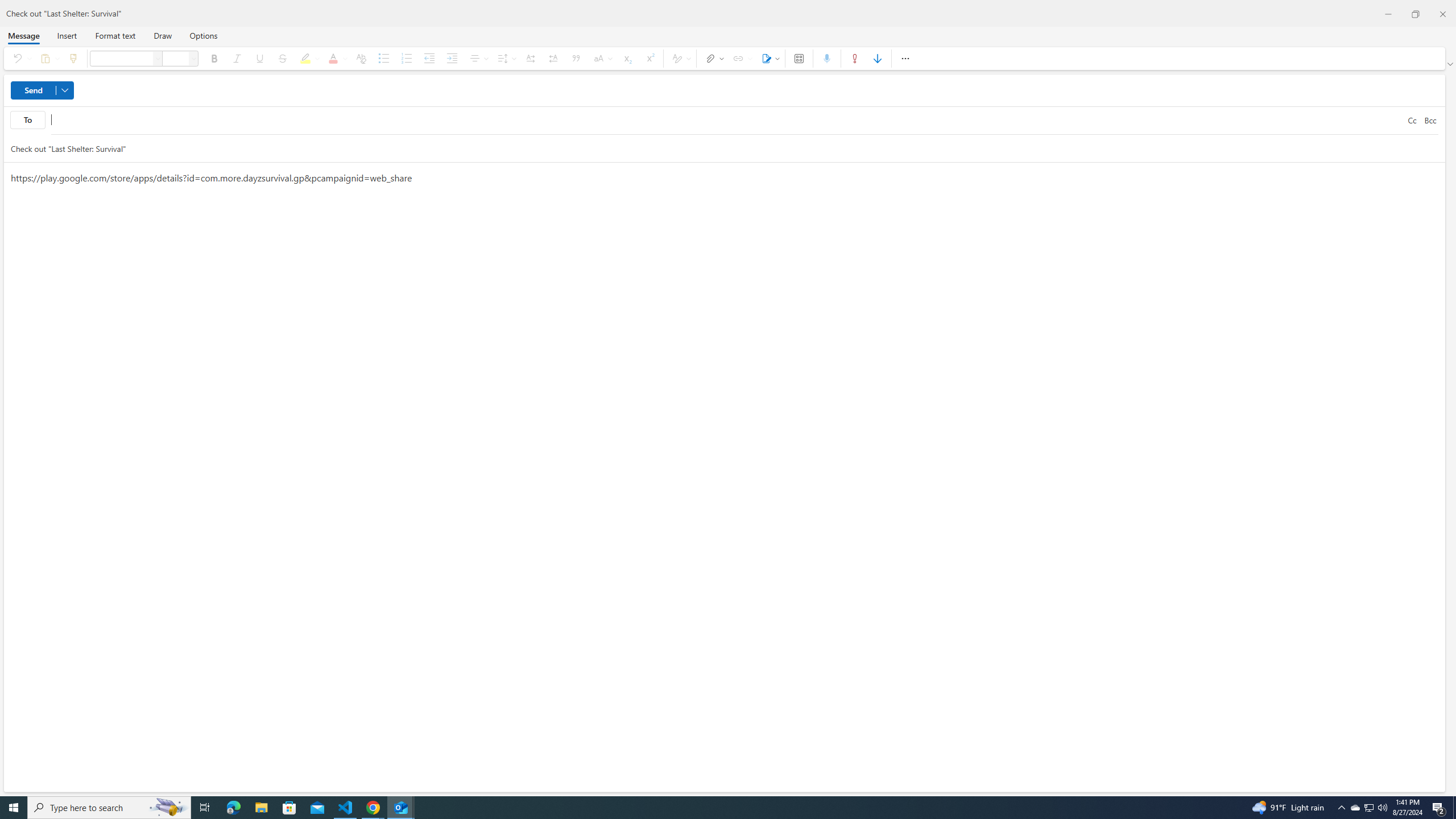 This screenshot has height=819, width=1456. Describe the element at coordinates (406, 58) in the screenshot. I see `'Numbering'` at that location.